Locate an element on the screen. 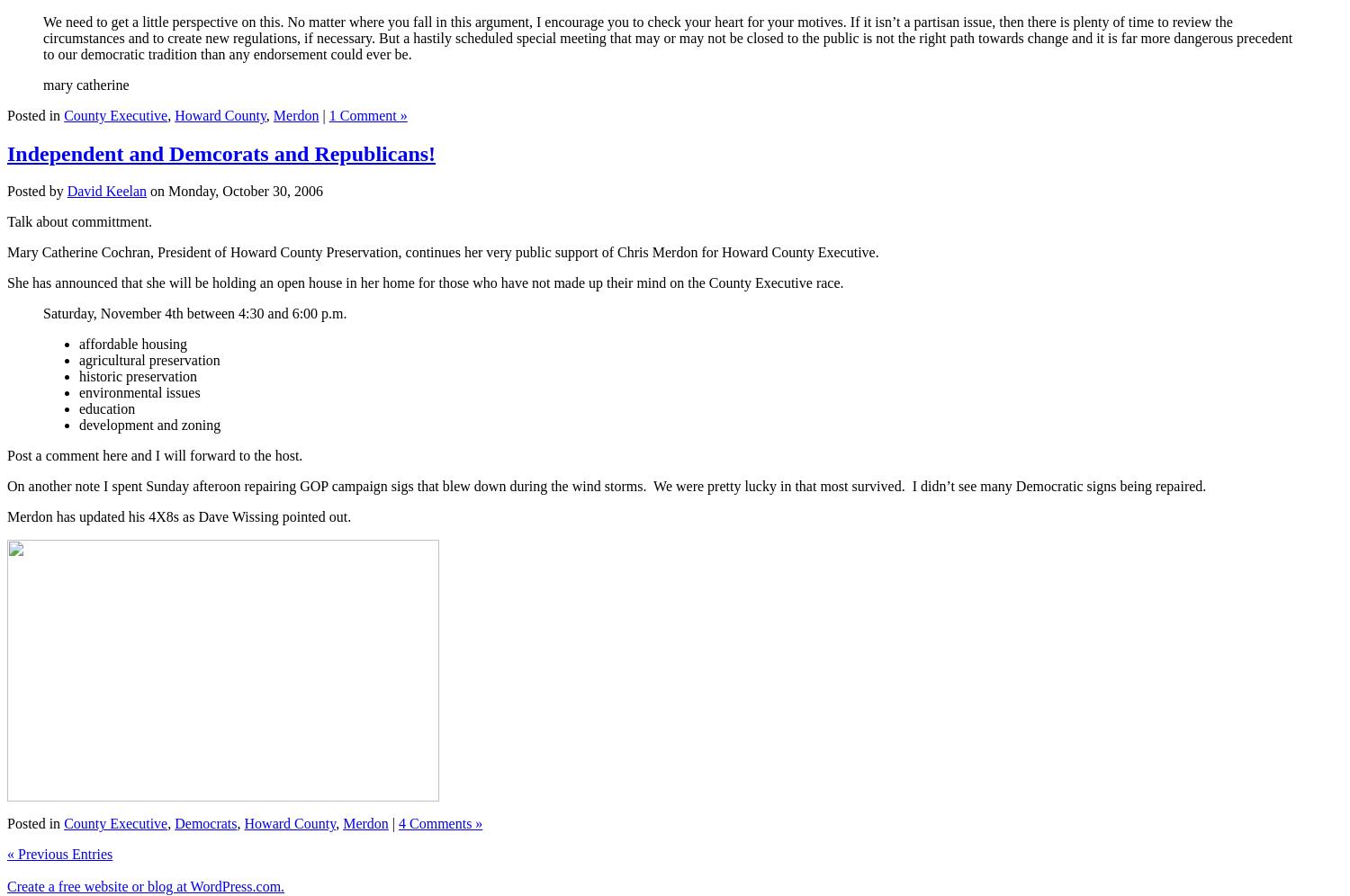 This screenshot has width=1350, height=896. 'Merdon has updated his 4X8s as Dave Wissing pointed out.' is located at coordinates (178, 515).